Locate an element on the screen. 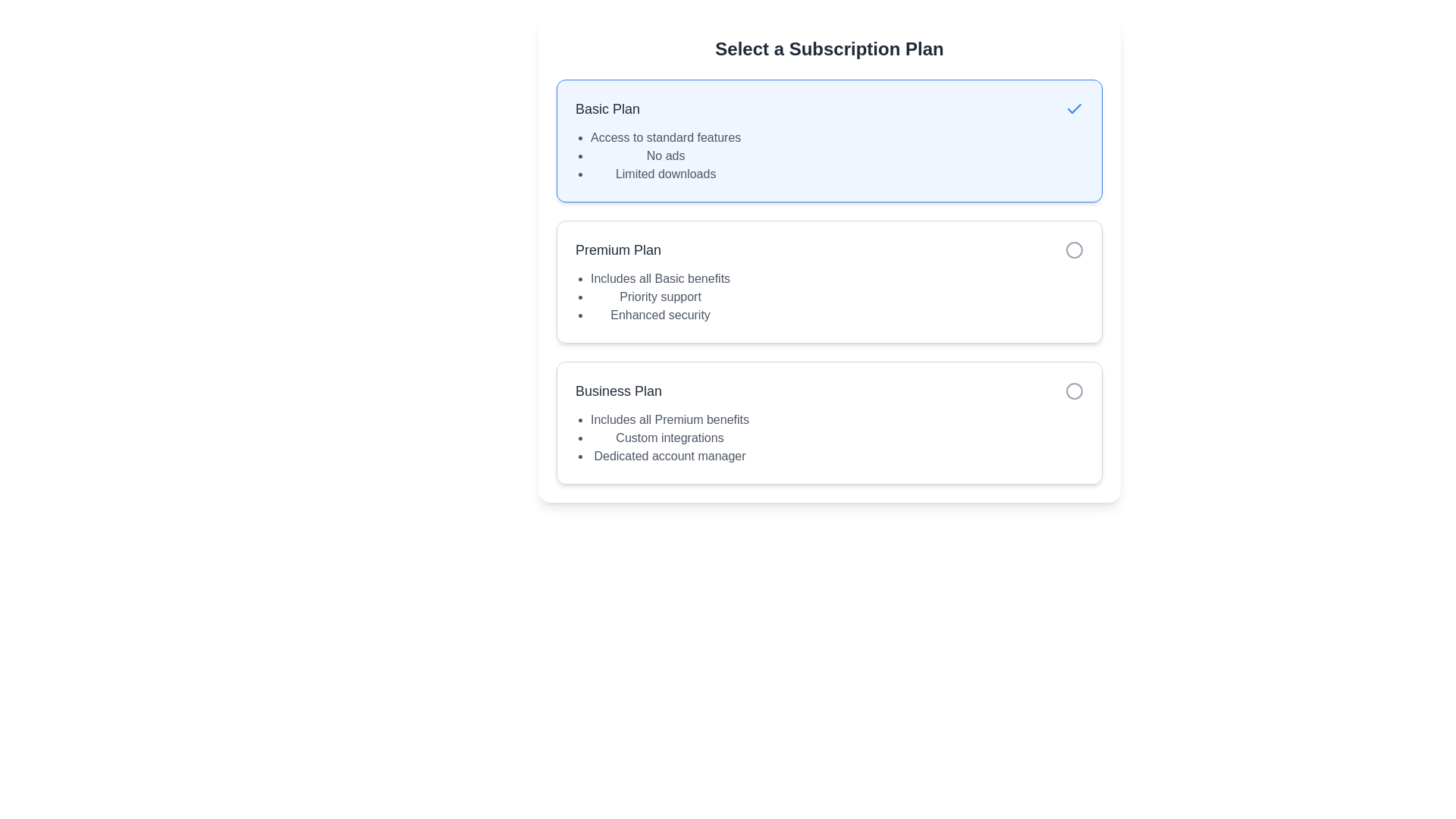 The width and height of the screenshot is (1456, 819). the 'No ads' text label, which is the second item in the bulleted list under the 'Basic Plan' description is located at coordinates (666, 155).